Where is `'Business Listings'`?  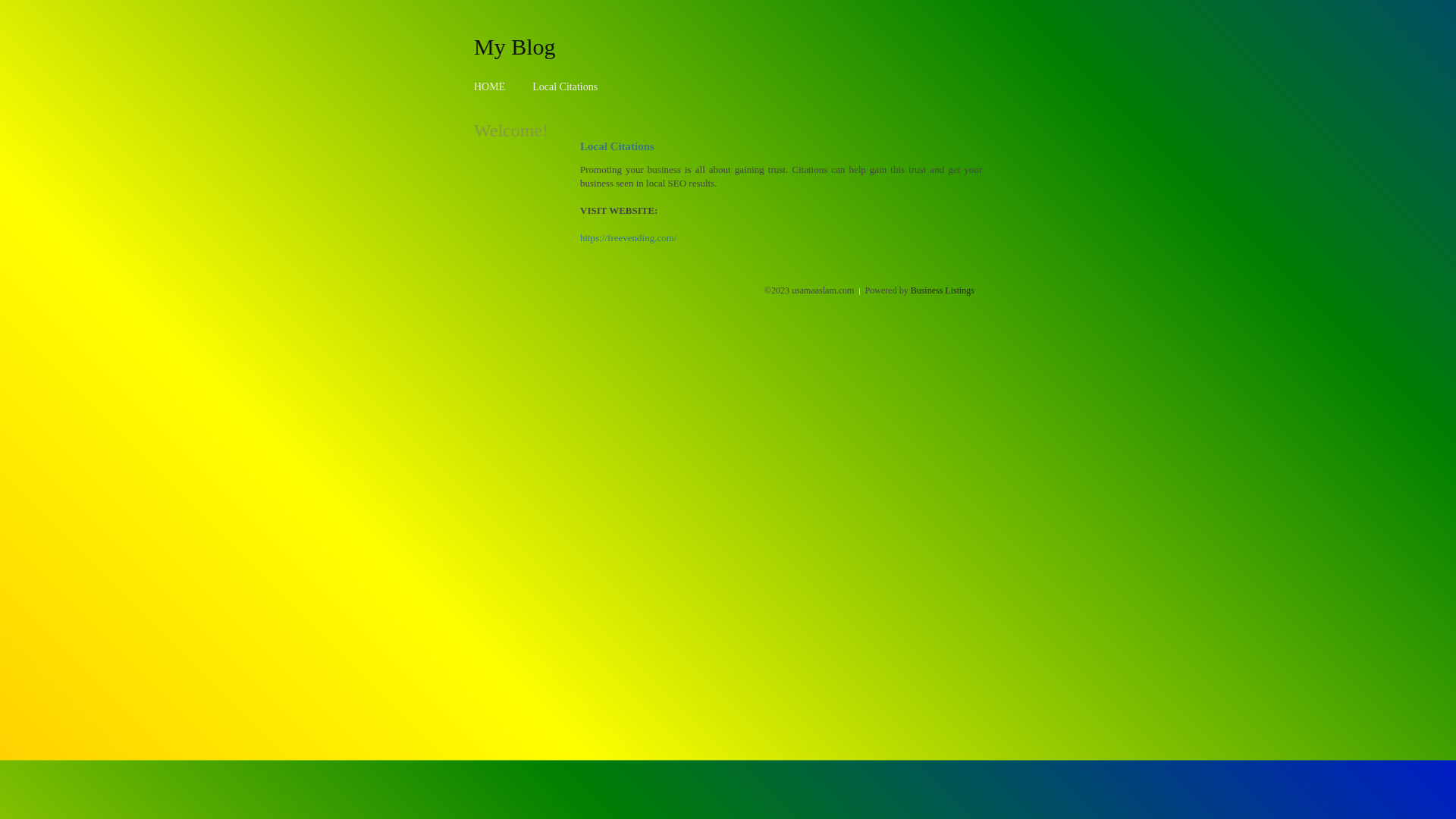 'Business Listings' is located at coordinates (942, 290).